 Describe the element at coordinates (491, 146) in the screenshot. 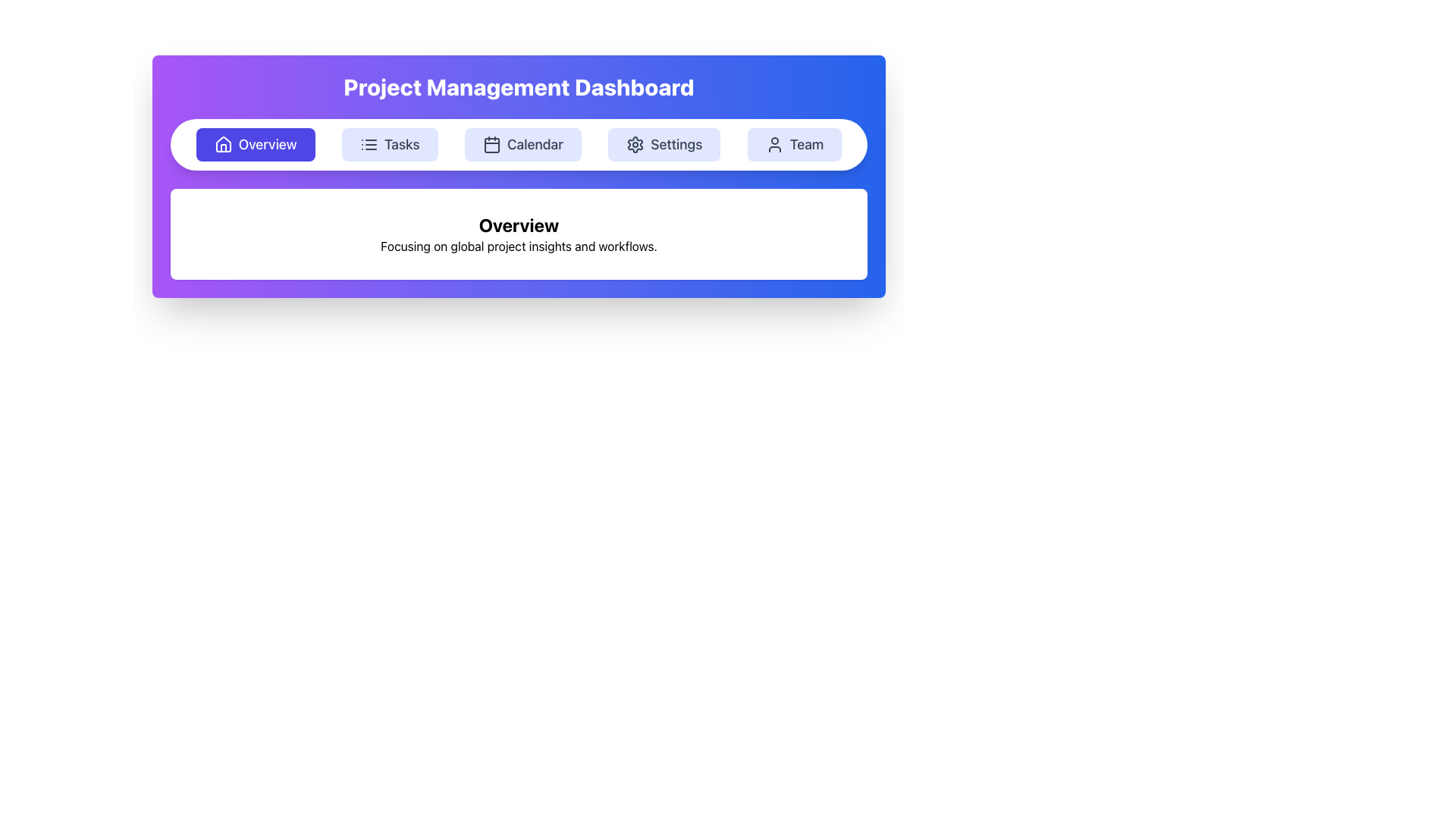

I see `the decorative rectangle with rounded corners within the 'Calendar' icon, which is the third item in the navigation menu` at that location.